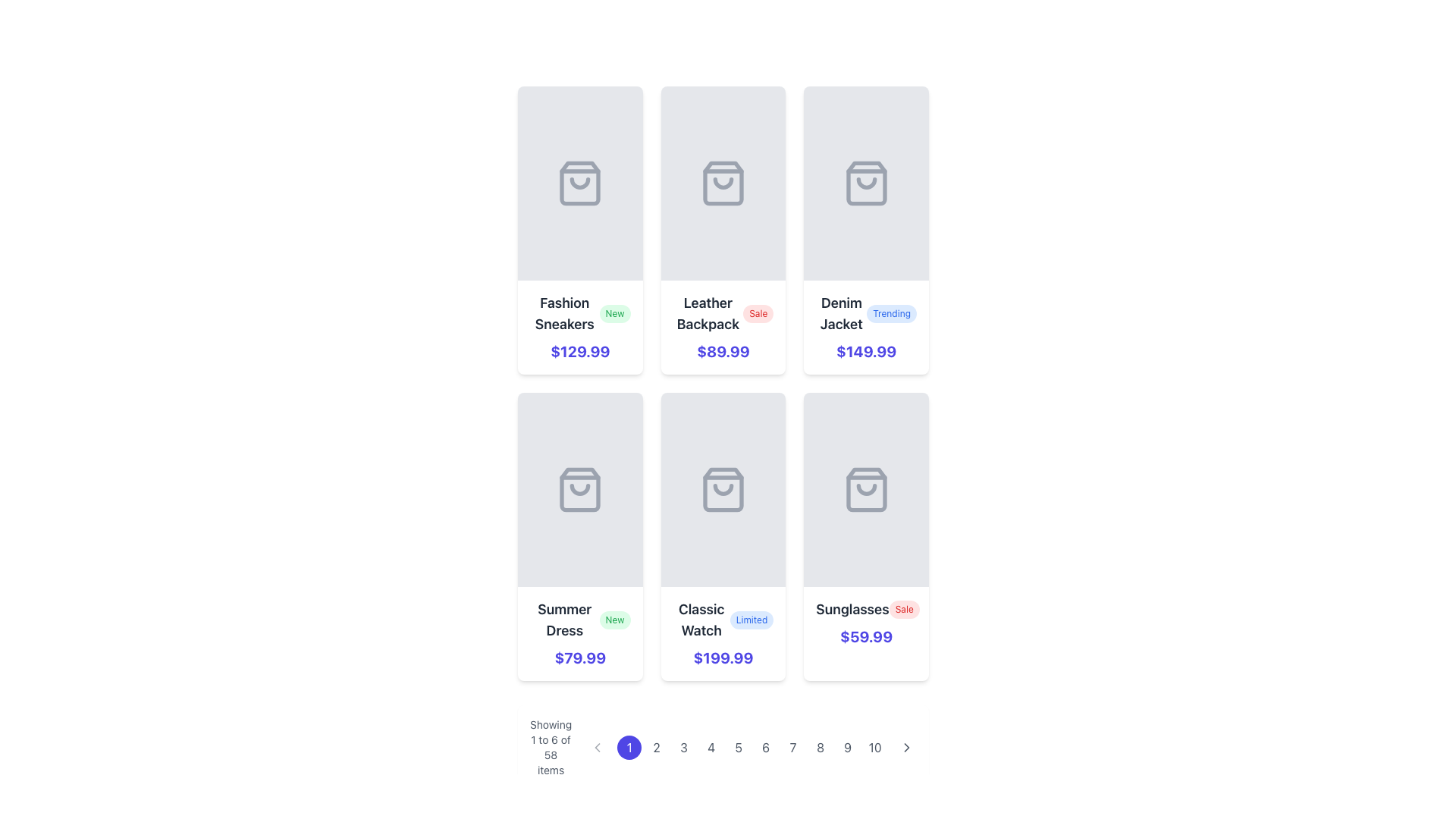  Describe the element at coordinates (866, 183) in the screenshot. I see `the gray shopping bag icon located at the center of the upper section of the third card representing the 'Denim Jacket' product` at that location.